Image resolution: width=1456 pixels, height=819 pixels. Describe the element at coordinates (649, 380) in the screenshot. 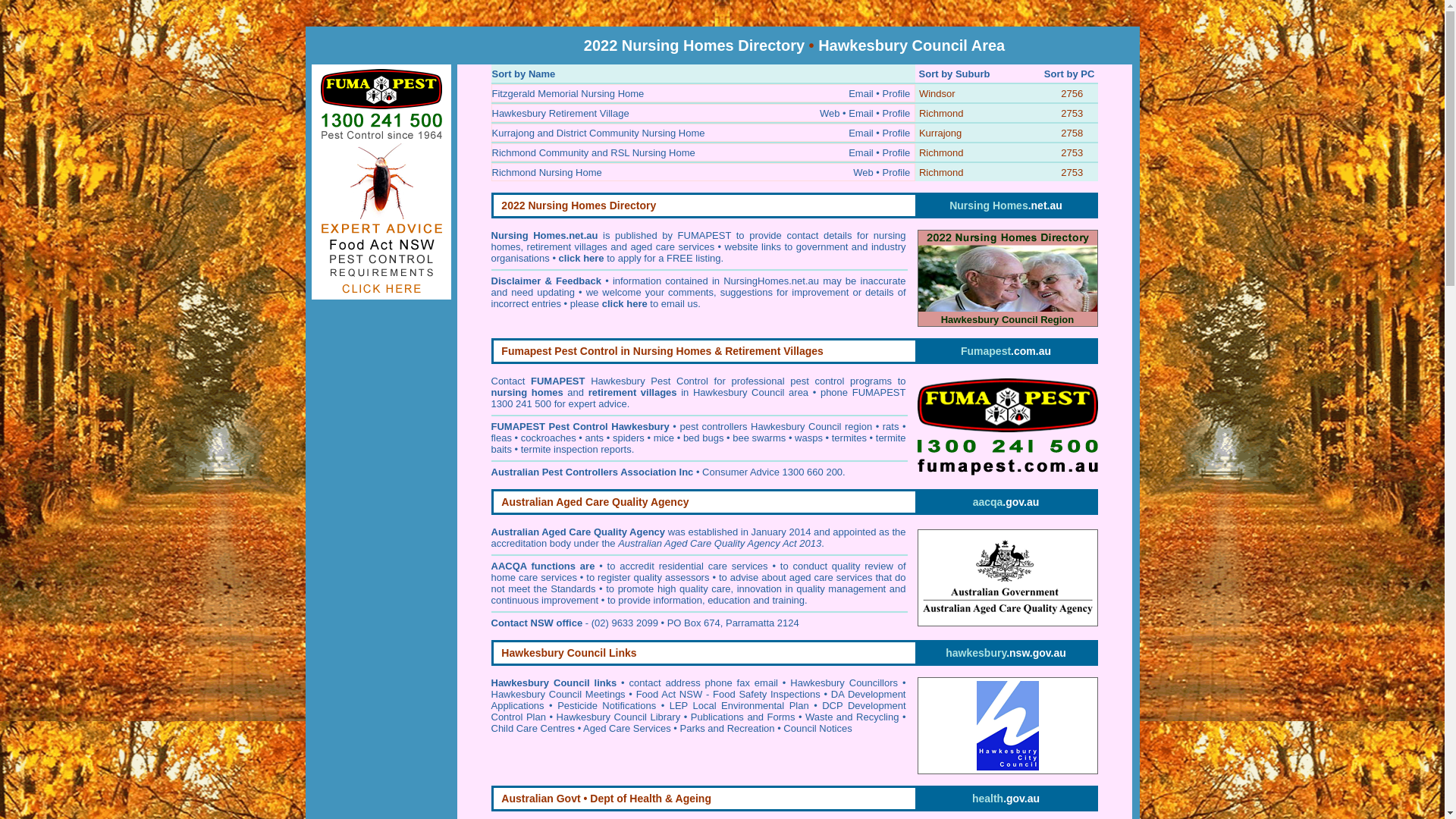

I see `'Hawkesbury Pest Control'` at that location.